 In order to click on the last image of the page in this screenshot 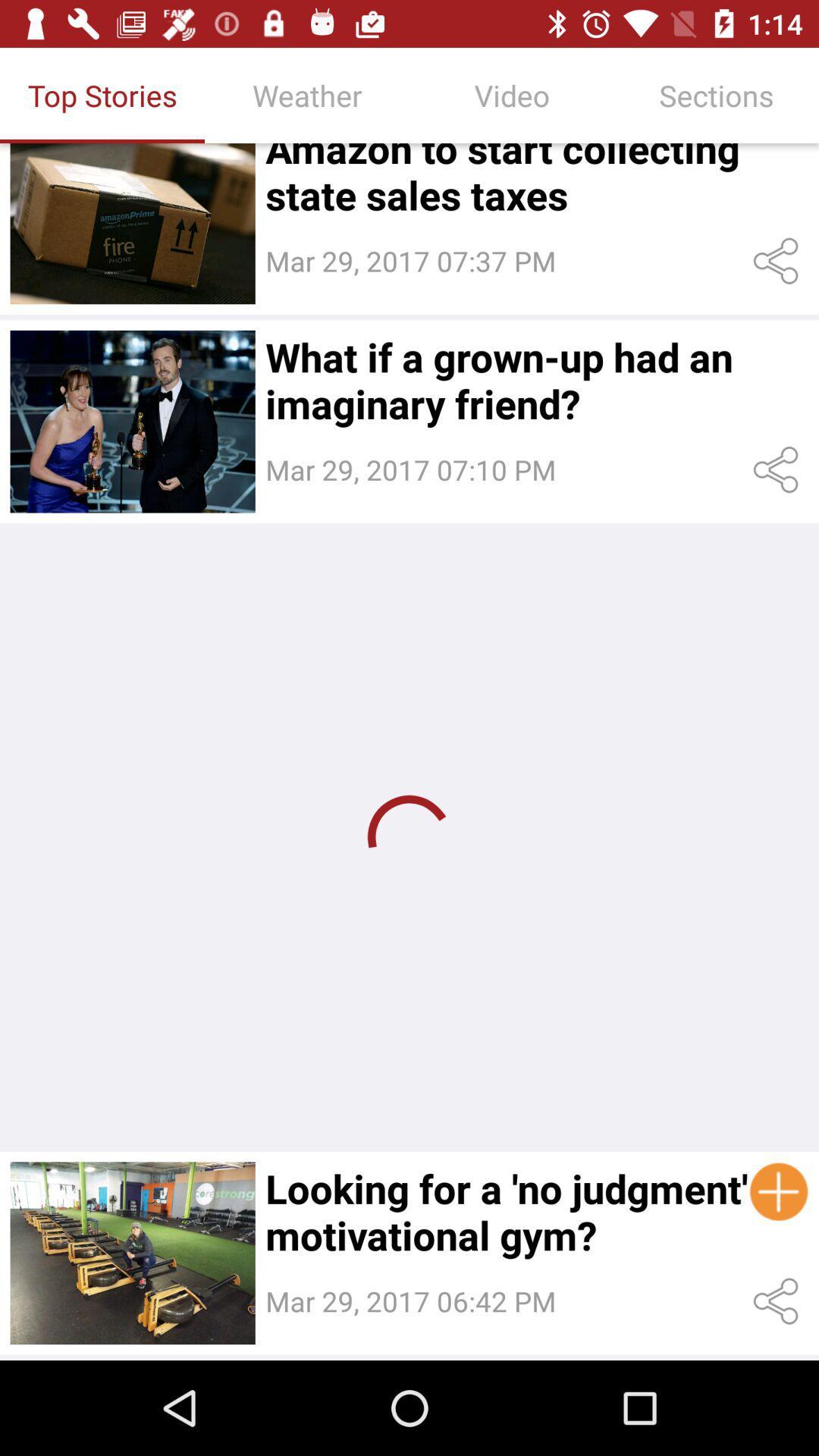, I will do `click(132, 1253)`.